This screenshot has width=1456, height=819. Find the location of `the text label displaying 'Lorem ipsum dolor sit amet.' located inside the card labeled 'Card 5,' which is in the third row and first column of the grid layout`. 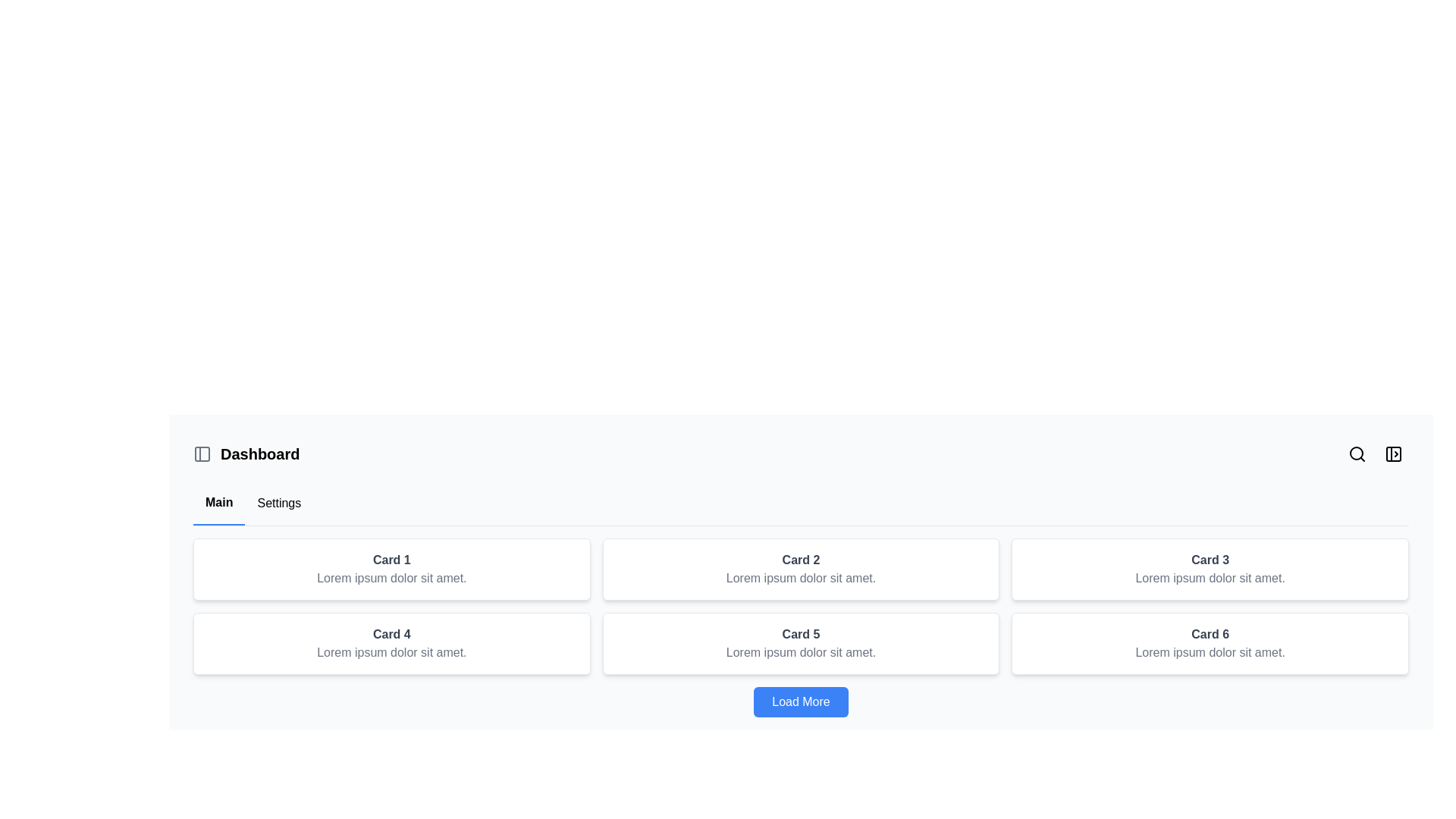

the text label displaying 'Lorem ipsum dolor sit amet.' located inside the card labeled 'Card 5,' which is in the third row and first column of the grid layout is located at coordinates (800, 651).